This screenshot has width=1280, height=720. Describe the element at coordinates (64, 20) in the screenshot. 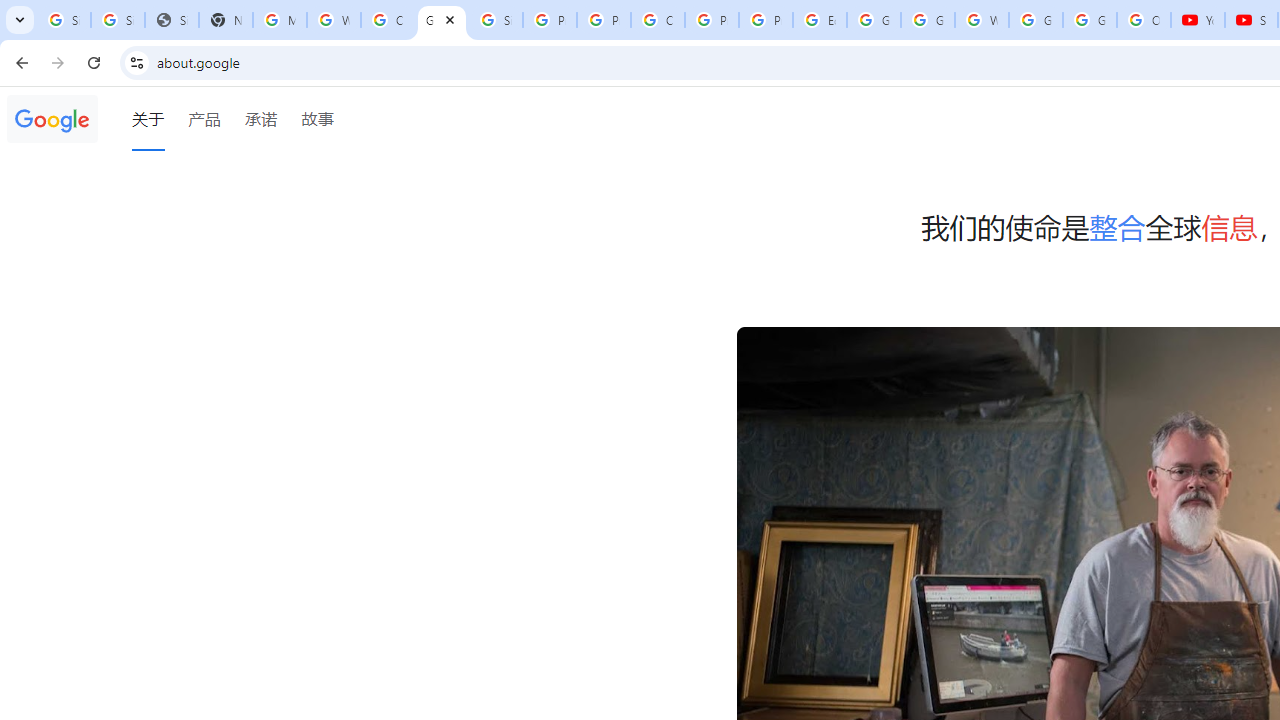

I see `'Sign in - Google Accounts'` at that location.